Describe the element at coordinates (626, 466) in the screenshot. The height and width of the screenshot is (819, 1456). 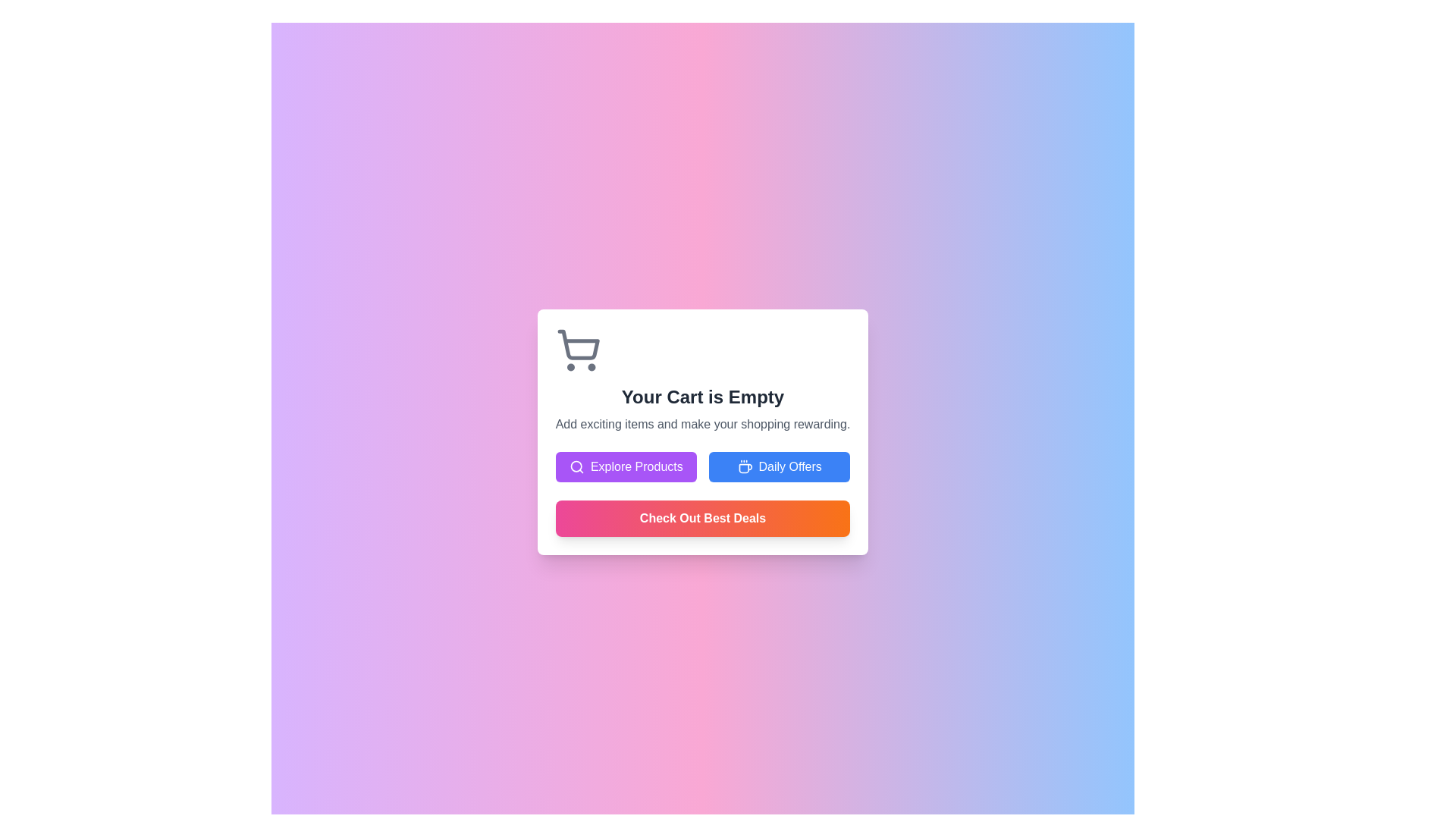
I see `the left button labeled 'Explore Products' under the heading 'Your Cart is Empty'` at that location.